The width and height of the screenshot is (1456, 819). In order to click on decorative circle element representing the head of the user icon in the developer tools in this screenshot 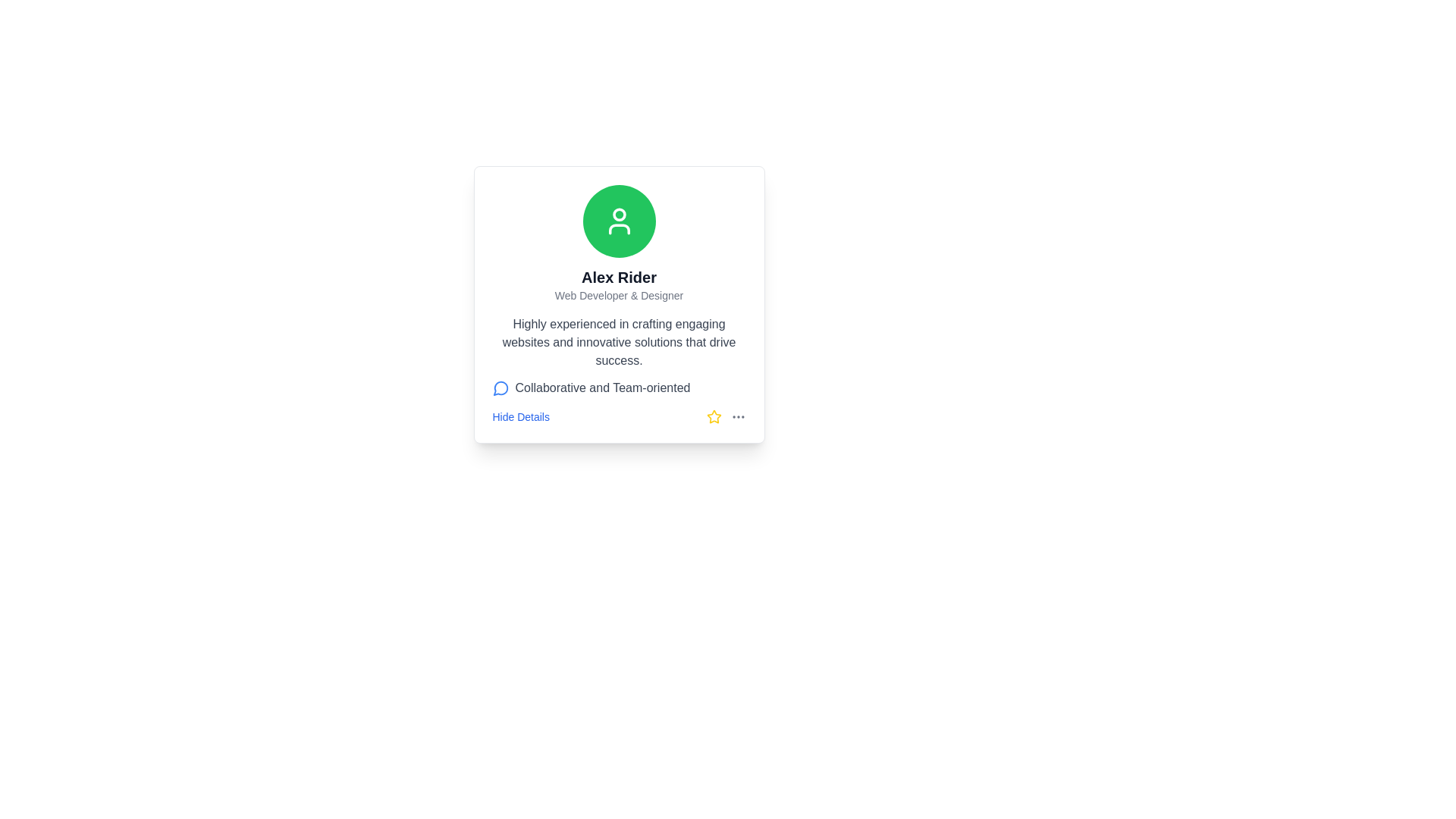, I will do `click(619, 215)`.